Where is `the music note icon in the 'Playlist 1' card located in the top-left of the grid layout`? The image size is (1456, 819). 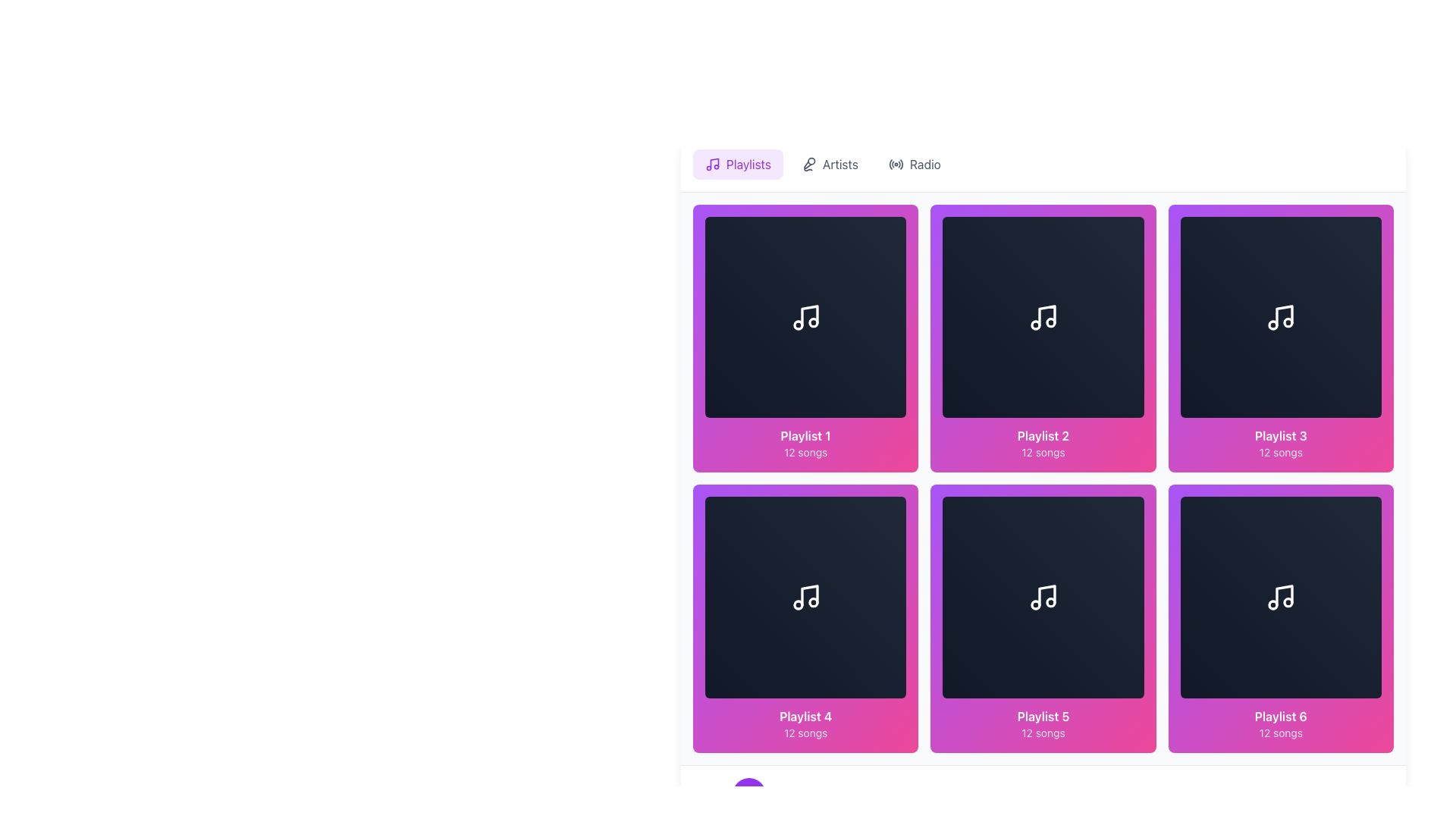 the music note icon in the 'Playlist 1' card located in the top-left of the grid layout is located at coordinates (808, 315).